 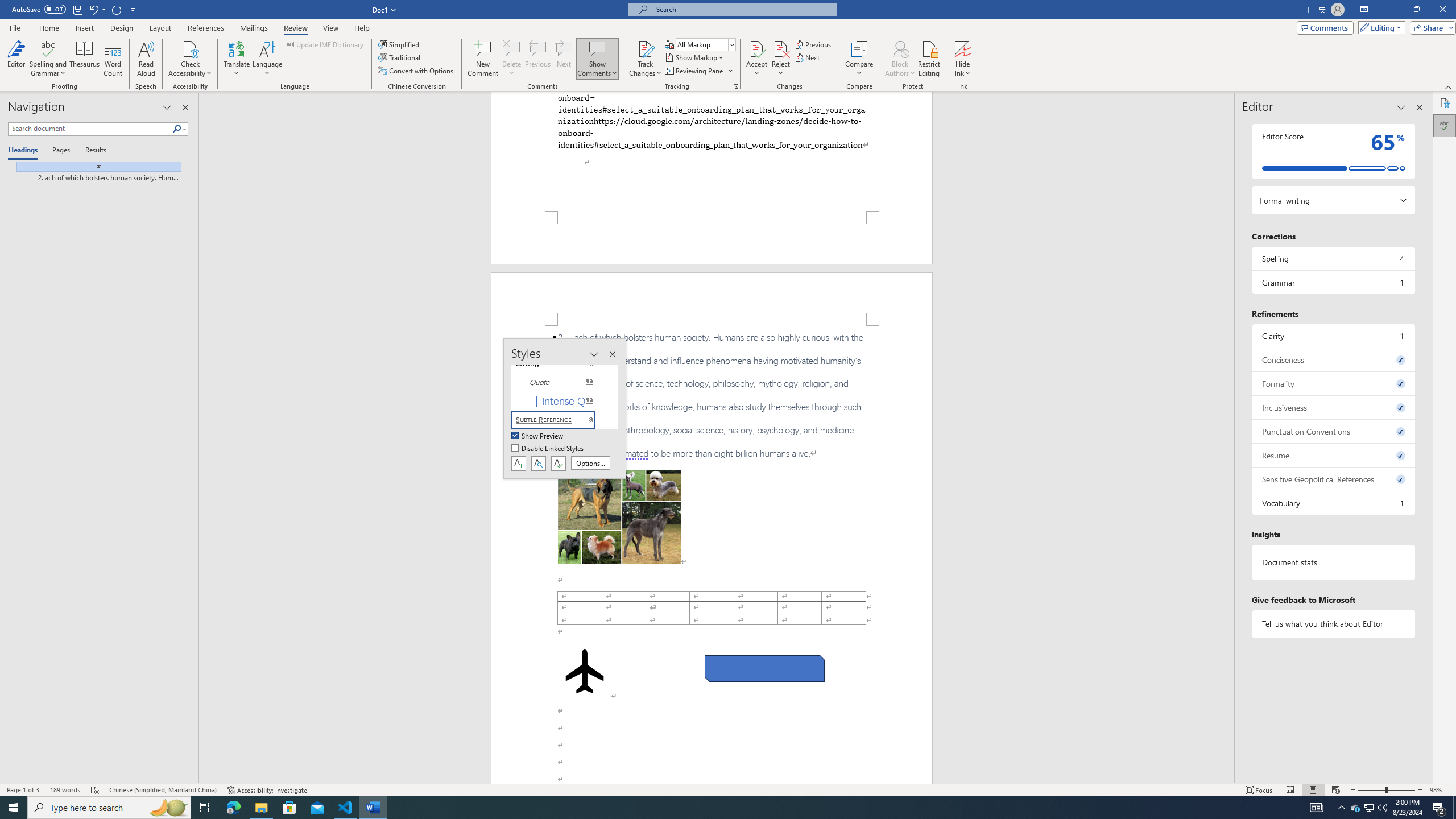 I want to click on 'Delete', so click(x=511, y=59).